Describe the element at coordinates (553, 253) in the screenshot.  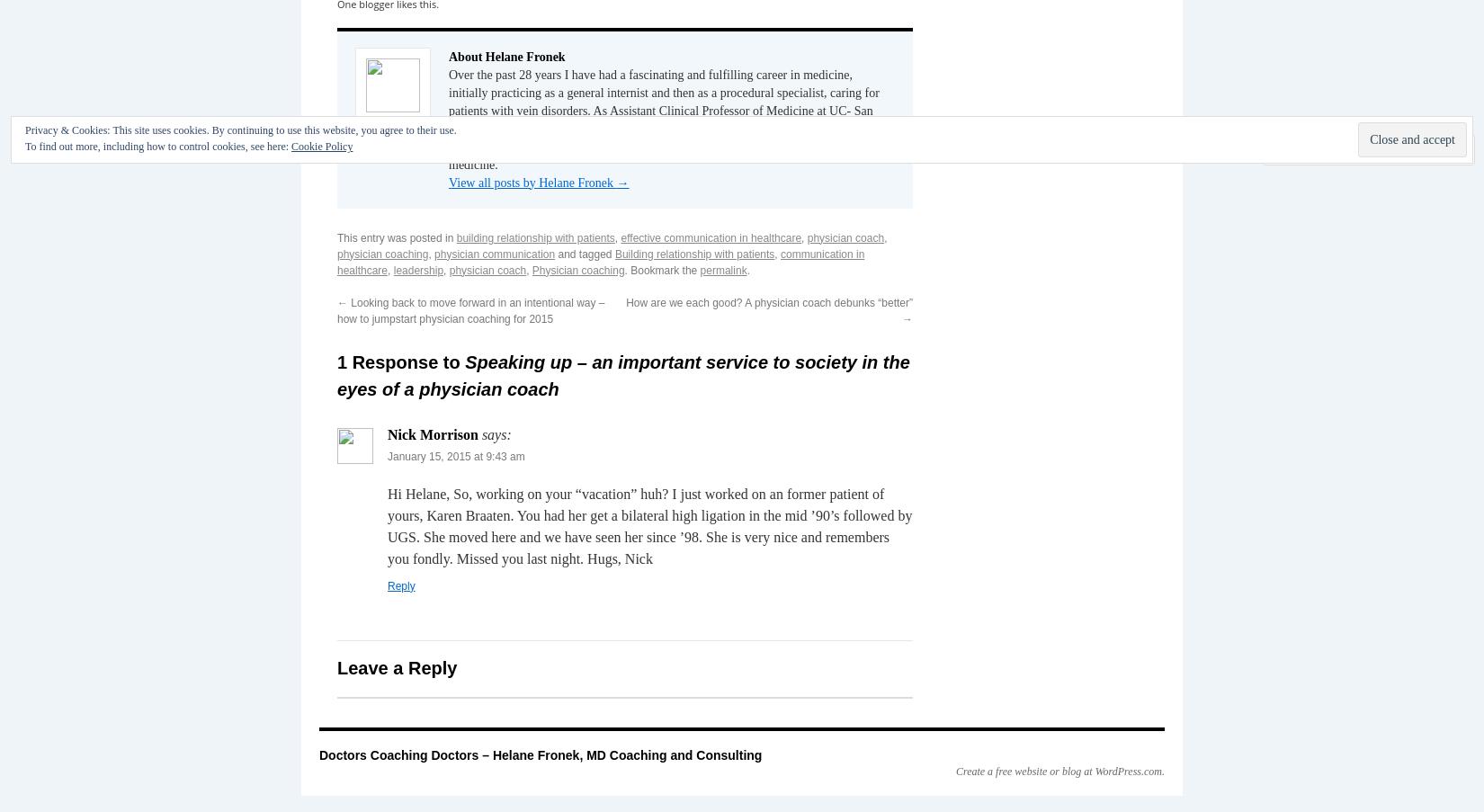
I see `'and tagged'` at that location.